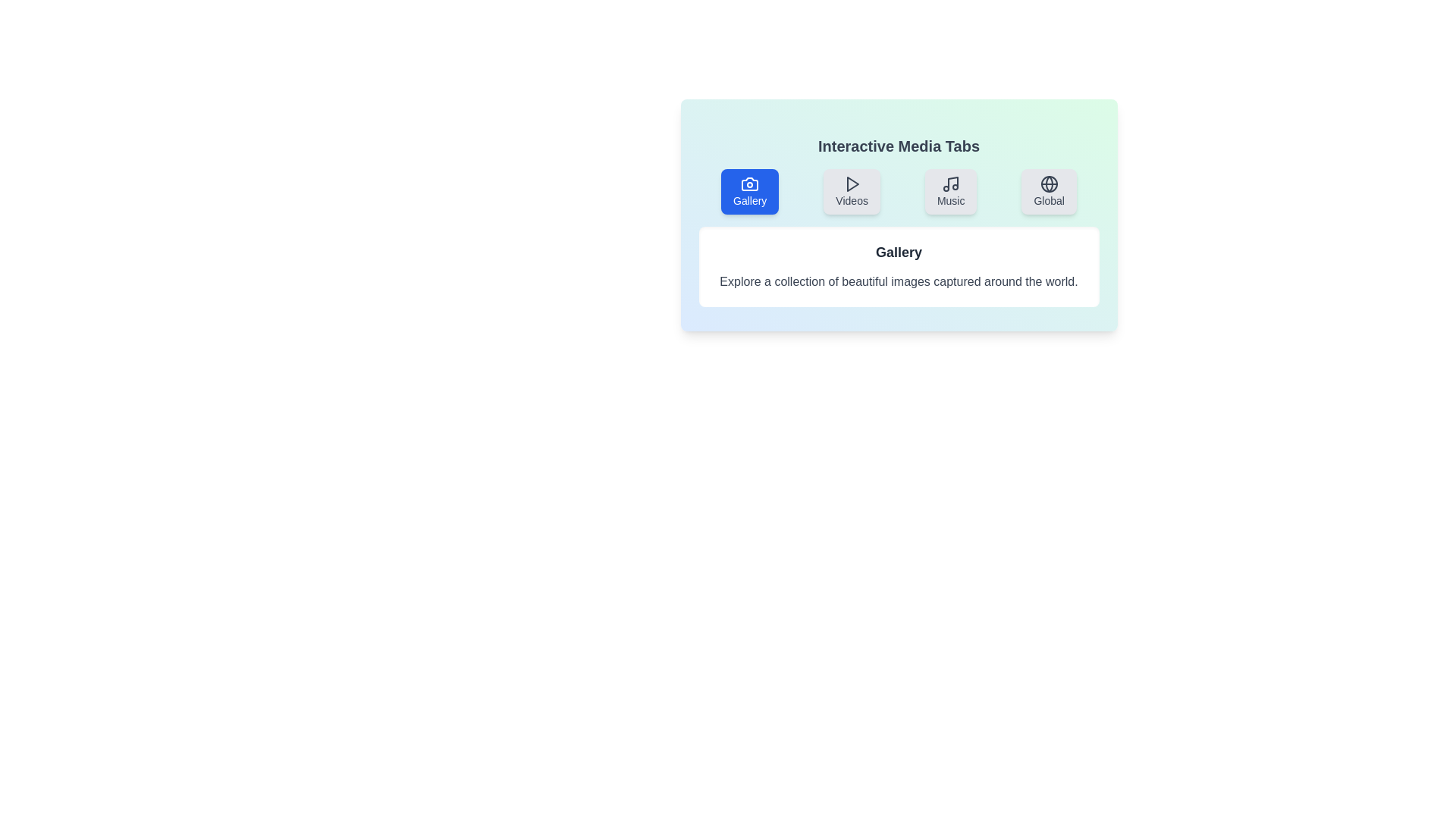 This screenshot has height=819, width=1456. What do you see at coordinates (750, 191) in the screenshot?
I see `the tab labeled 'Gallery'` at bounding box center [750, 191].